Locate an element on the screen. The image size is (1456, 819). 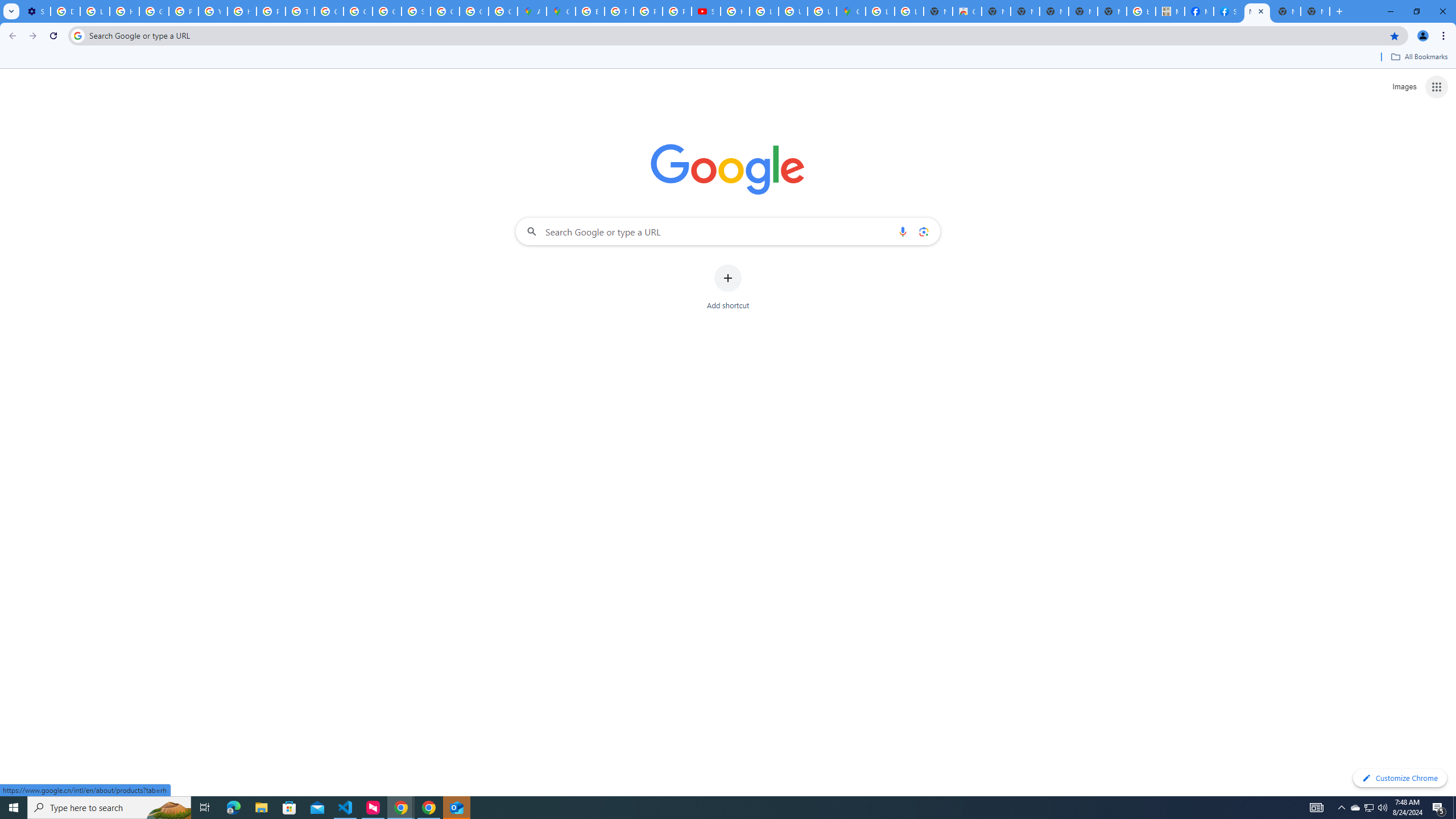
'Settings - Customize profile' is located at coordinates (35, 11).